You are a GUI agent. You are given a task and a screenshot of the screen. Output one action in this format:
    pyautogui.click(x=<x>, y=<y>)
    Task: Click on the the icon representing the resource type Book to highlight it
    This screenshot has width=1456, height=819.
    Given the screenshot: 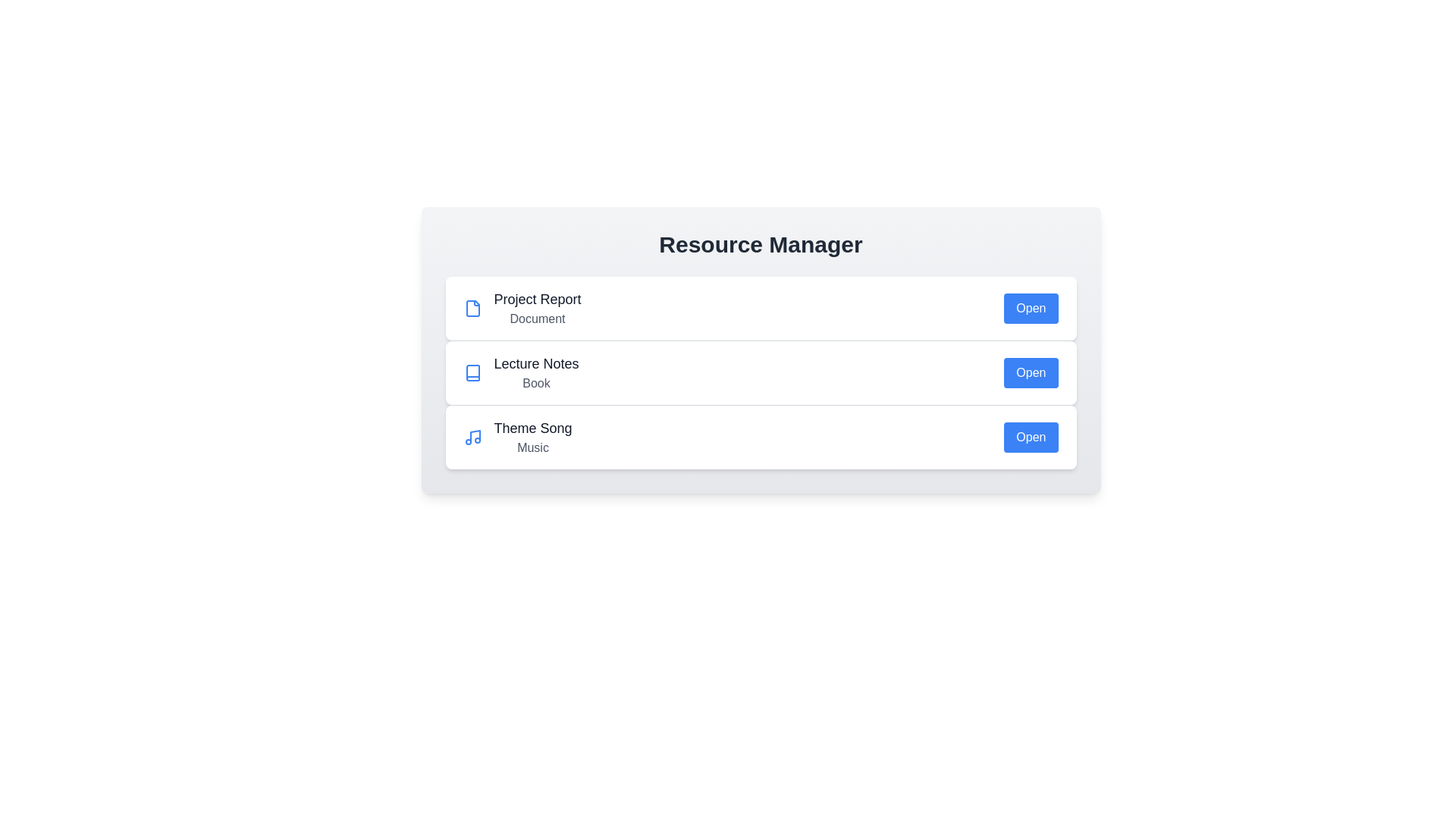 What is the action you would take?
    pyautogui.click(x=472, y=373)
    